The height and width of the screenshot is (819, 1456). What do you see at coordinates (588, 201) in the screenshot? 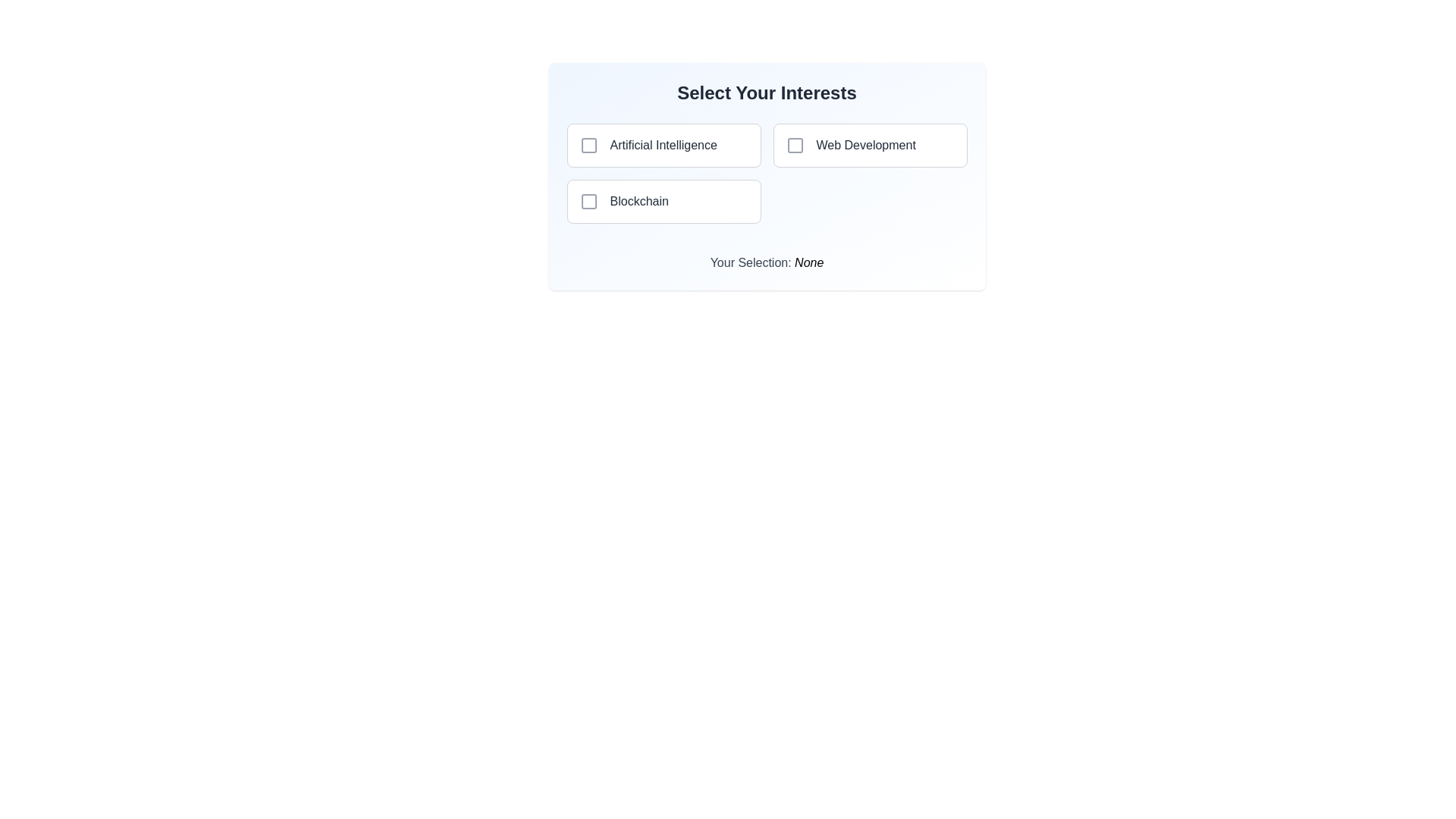
I see `the square-shaped checkbox with rounded corners located to the left of the 'Blockchain' text label` at bounding box center [588, 201].